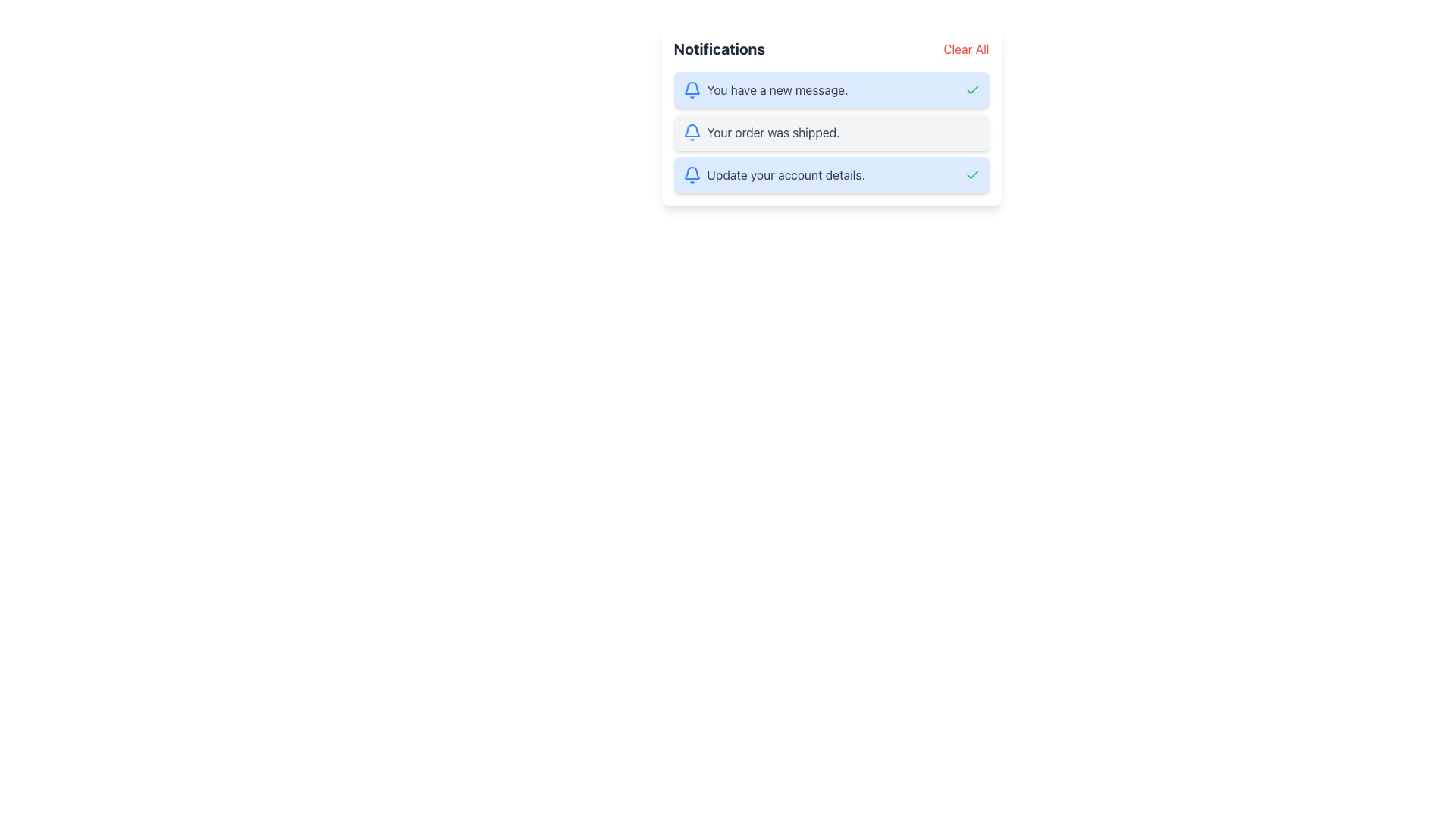 This screenshot has width=1456, height=819. What do you see at coordinates (691, 90) in the screenshot?
I see `the blue bell-shaped icon located to the left of the text 'You have a new message.' within the first notification item` at bounding box center [691, 90].